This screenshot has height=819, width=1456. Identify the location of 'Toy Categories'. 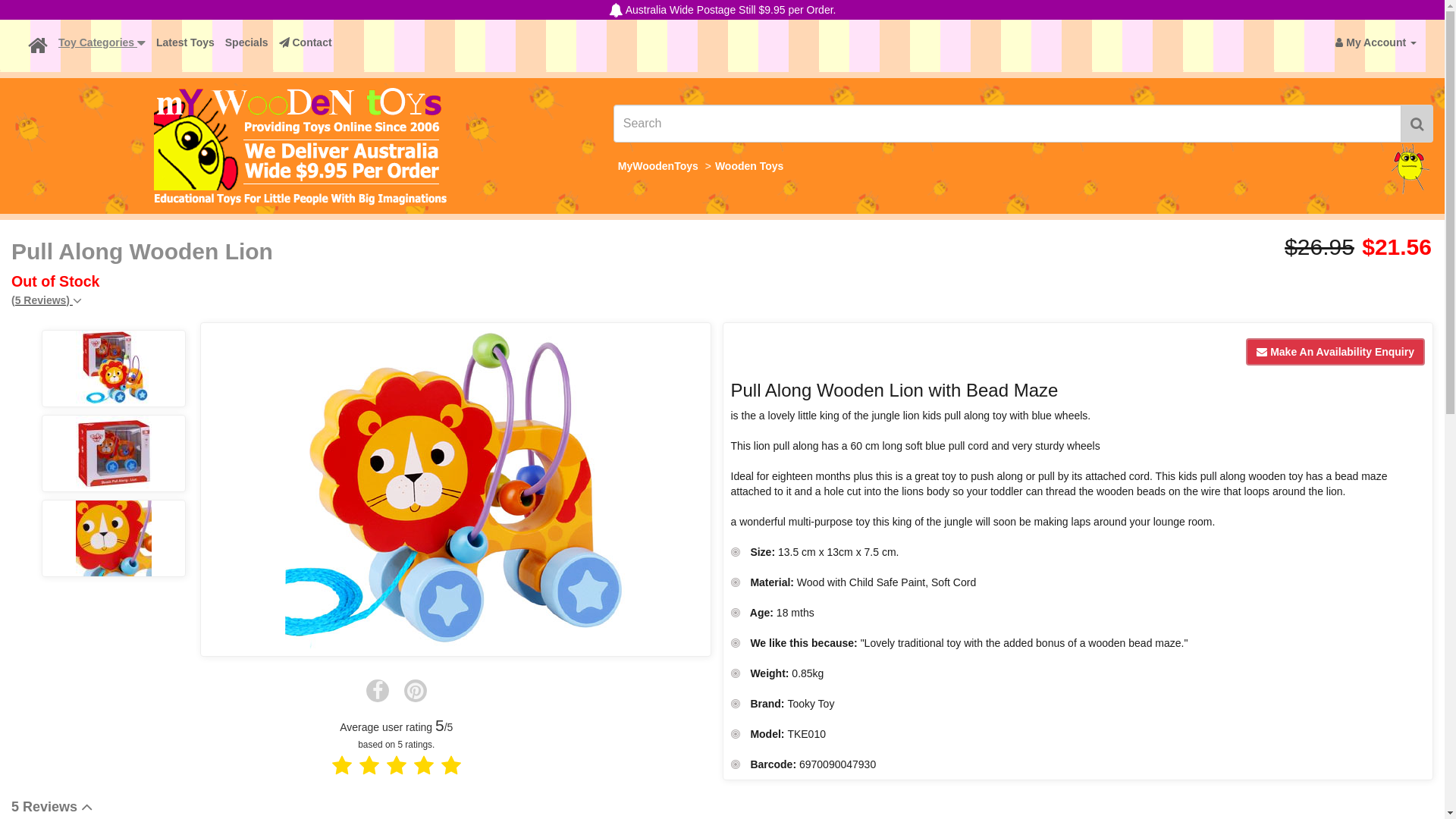
(101, 42).